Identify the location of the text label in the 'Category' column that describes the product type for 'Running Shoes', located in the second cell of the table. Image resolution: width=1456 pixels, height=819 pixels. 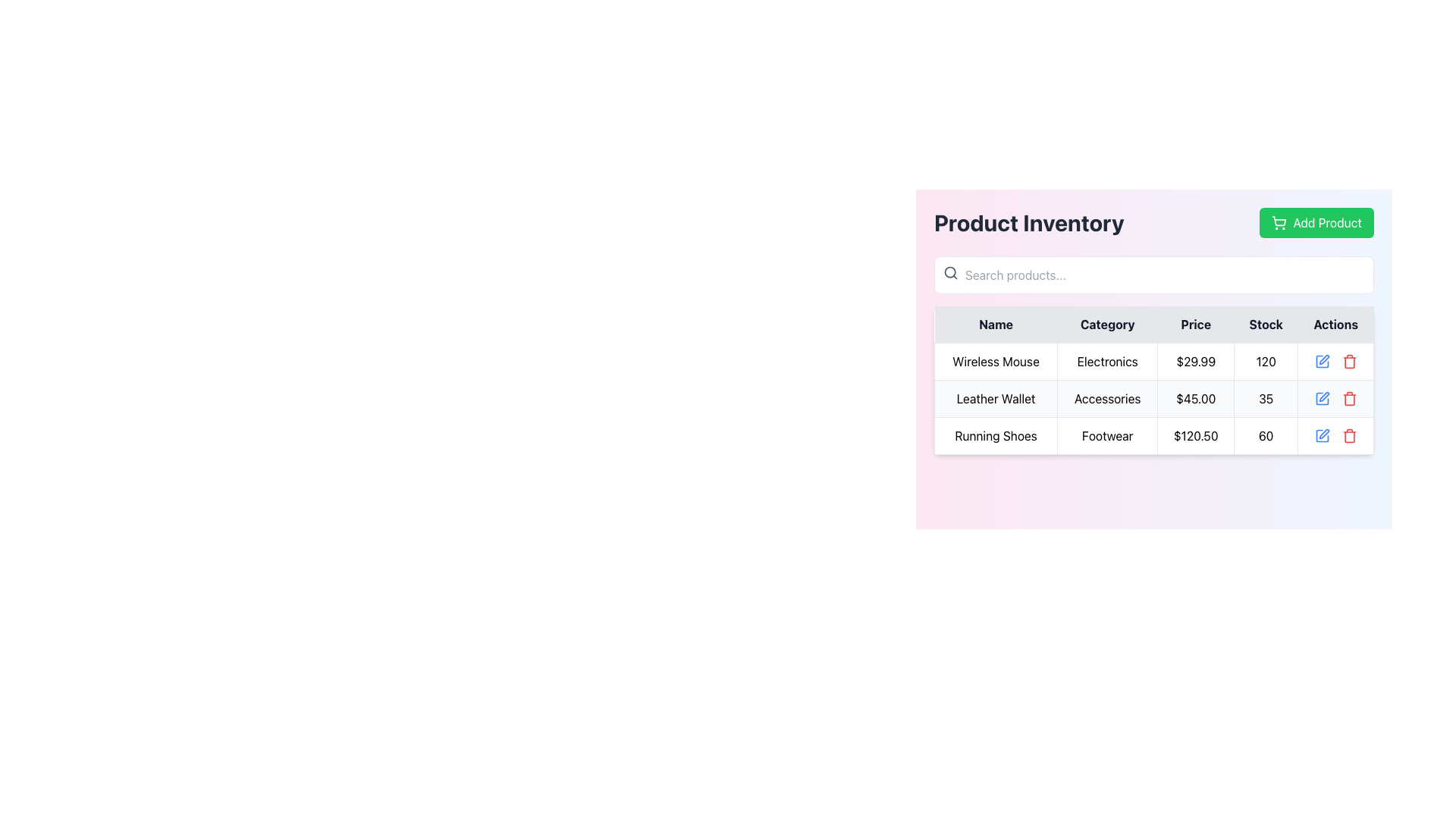
(1107, 435).